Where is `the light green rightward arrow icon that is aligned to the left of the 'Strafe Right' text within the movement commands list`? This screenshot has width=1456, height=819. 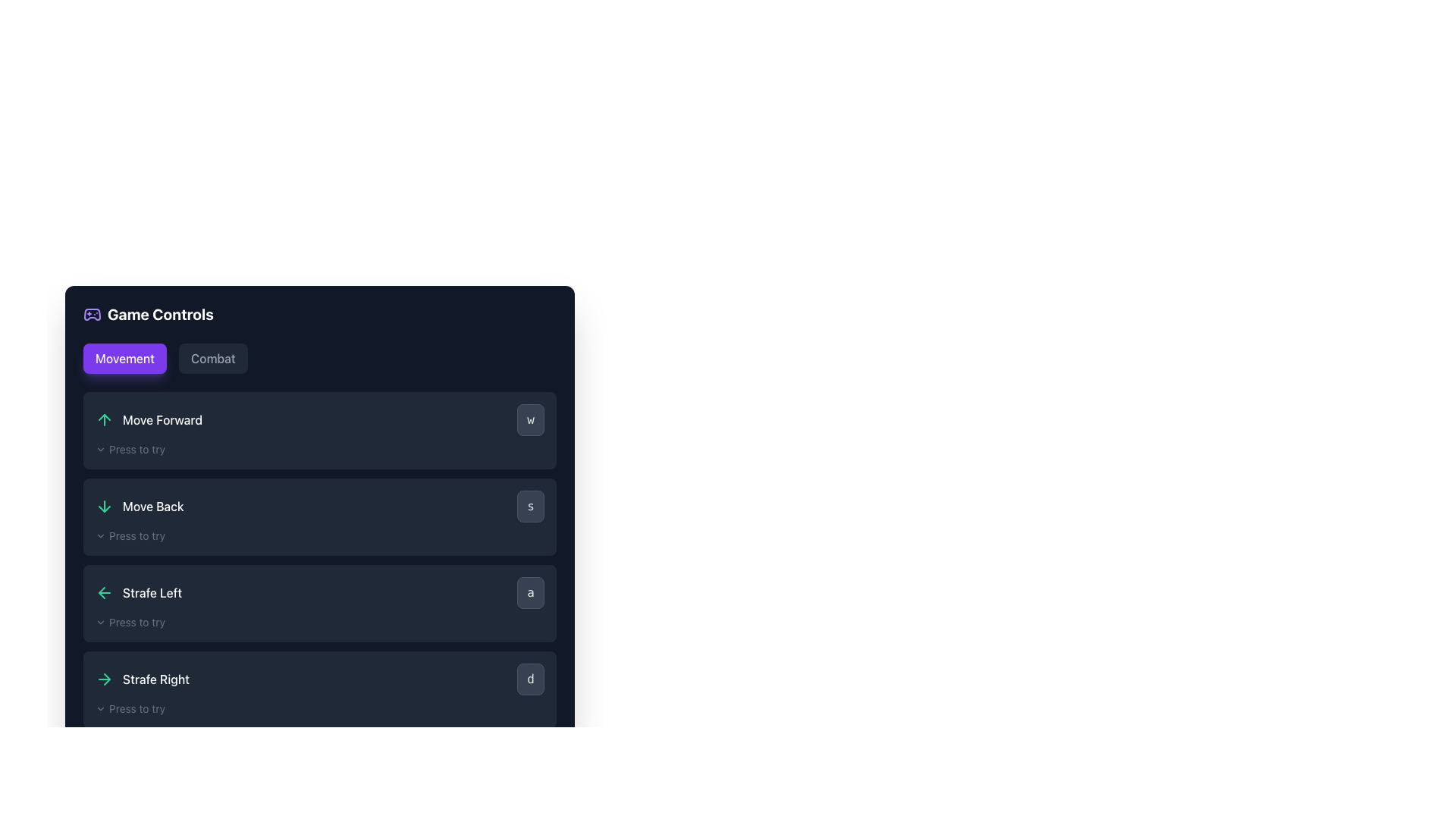 the light green rightward arrow icon that is aligned to the left of the 'Strafe Right' text within the movement commands list is located at coordinates (104, 678).